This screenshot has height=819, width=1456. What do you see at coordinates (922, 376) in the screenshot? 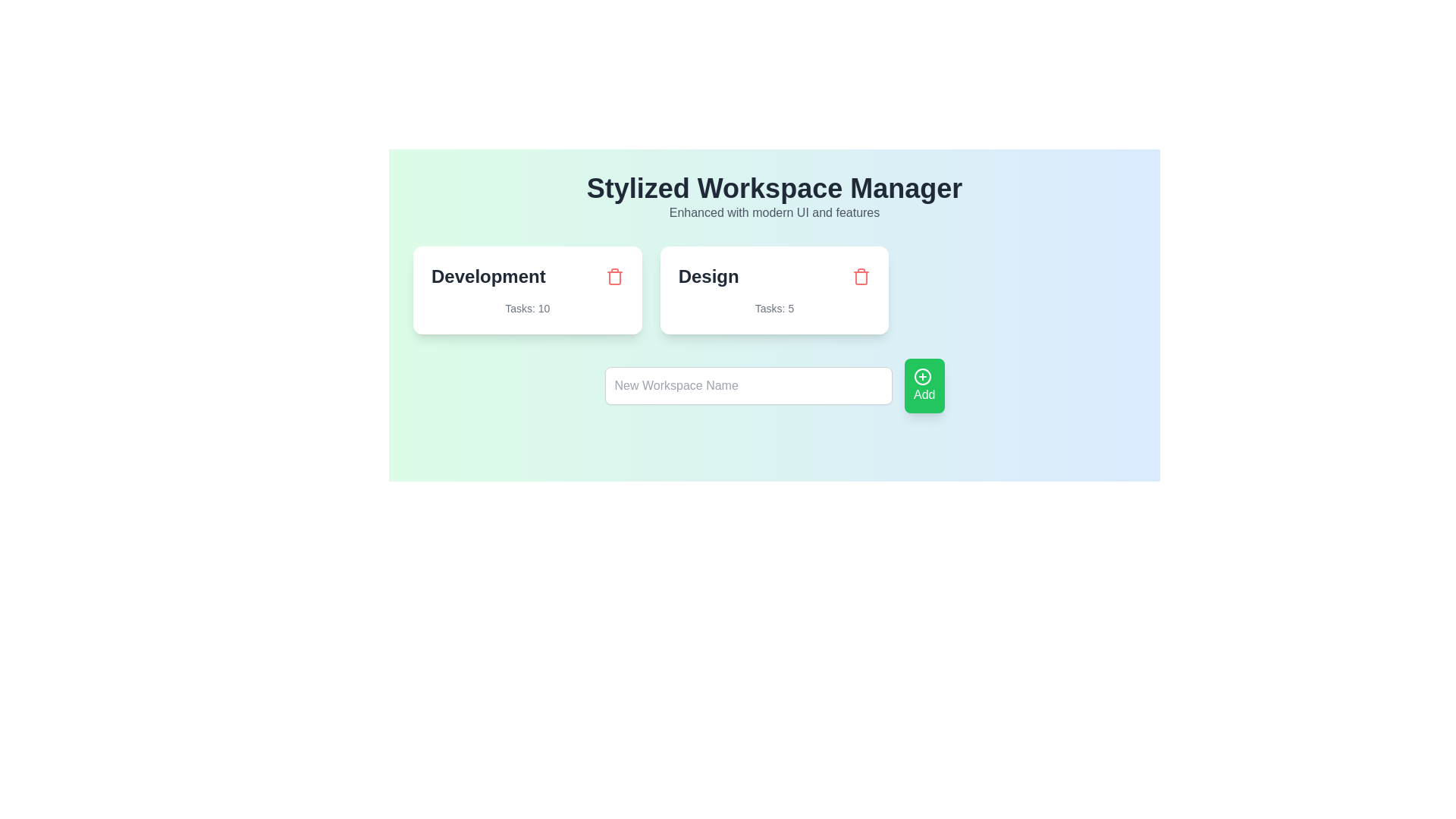
I see `the 'Add' icon located on the green button in the bottom-right area of the interface to initiate the add action` at bounding box center [922, 376].